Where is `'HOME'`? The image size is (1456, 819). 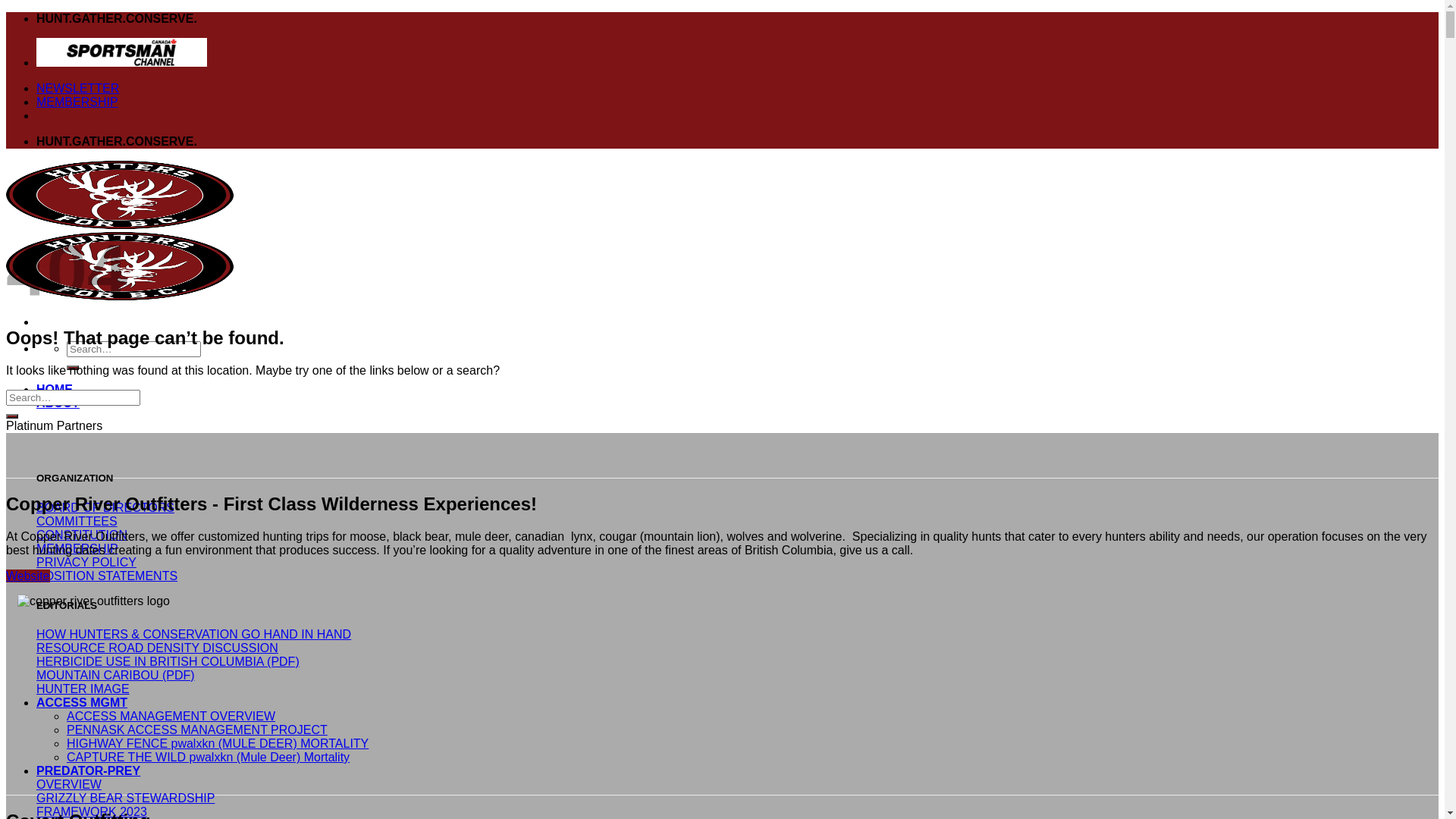
'HOME' is located at coordinates (55, 388).